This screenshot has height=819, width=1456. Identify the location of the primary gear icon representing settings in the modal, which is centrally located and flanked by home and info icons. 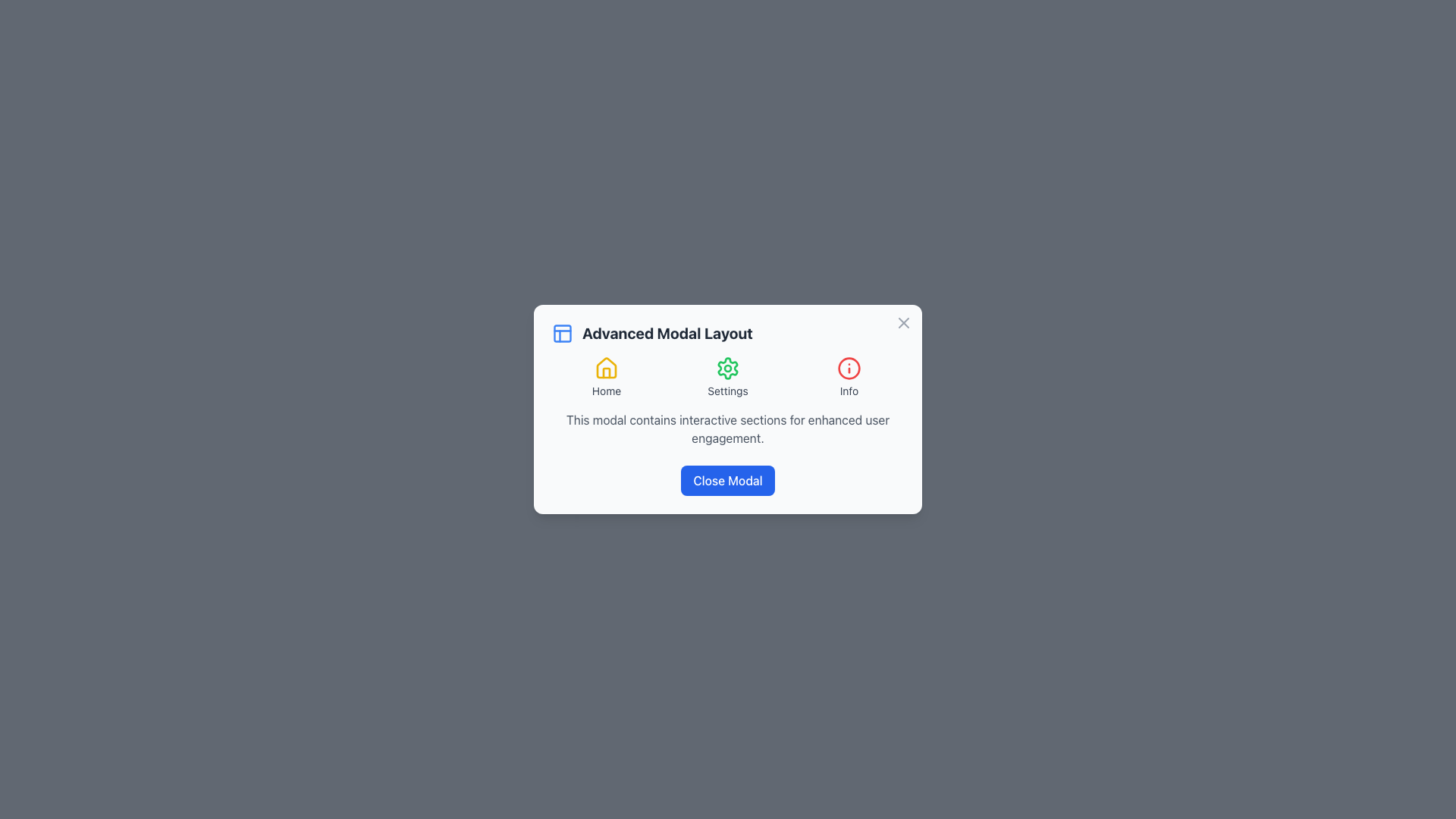
(728, 369).